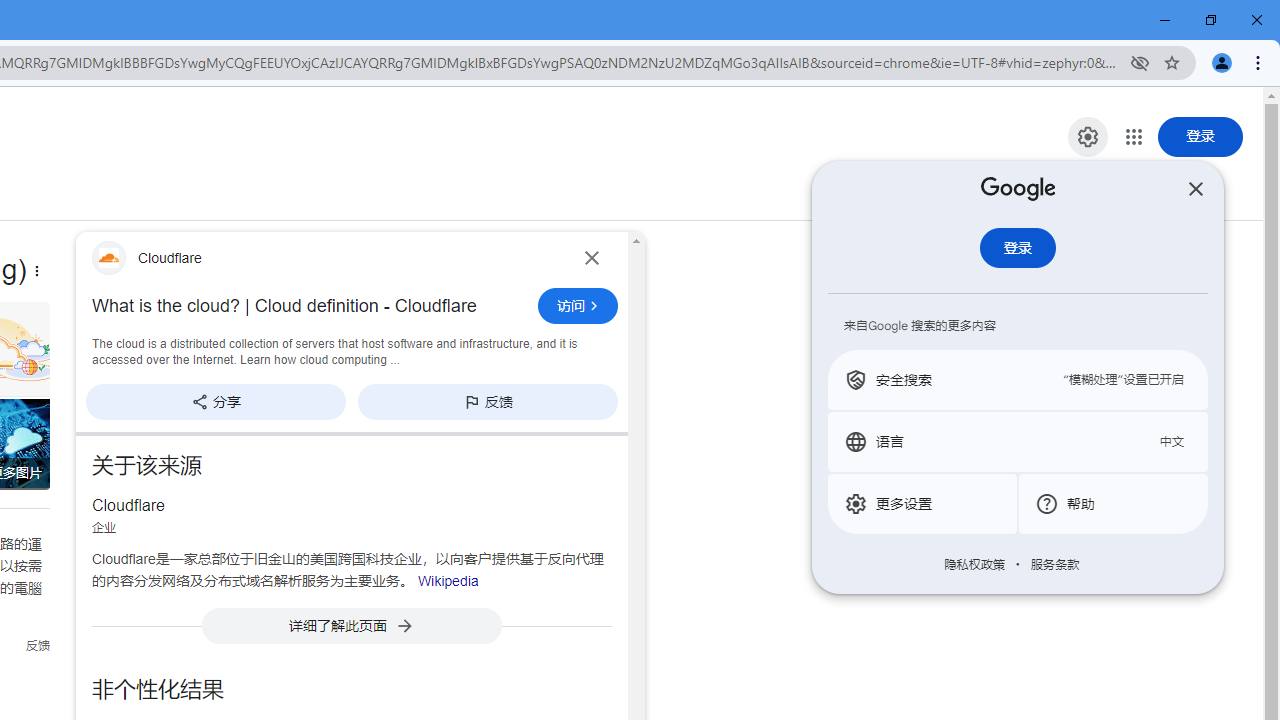 The width and height of the screenshot is (1280, 720). What do you see at coordinates (308, 306) in the screenshot?
I see `'What is the cloud? | Cloud definition - Cloudflare'` at bounding box center [308, 306].